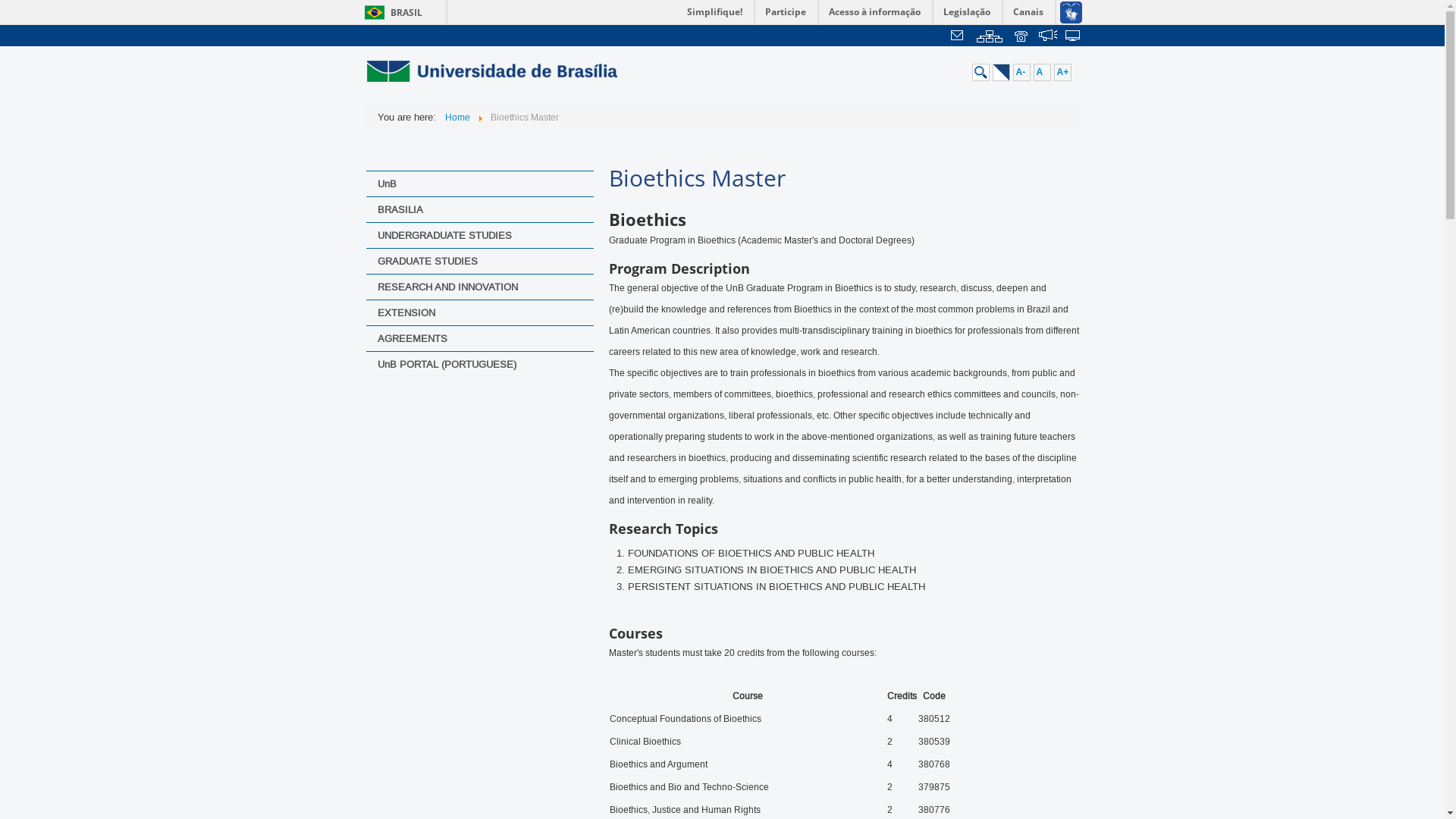 The image size is (1456, 819). What do you see at coordinates (1022, 36) in the screenshot?
I see `'Telefones da UnB'` at bounding box center [1022, 36].